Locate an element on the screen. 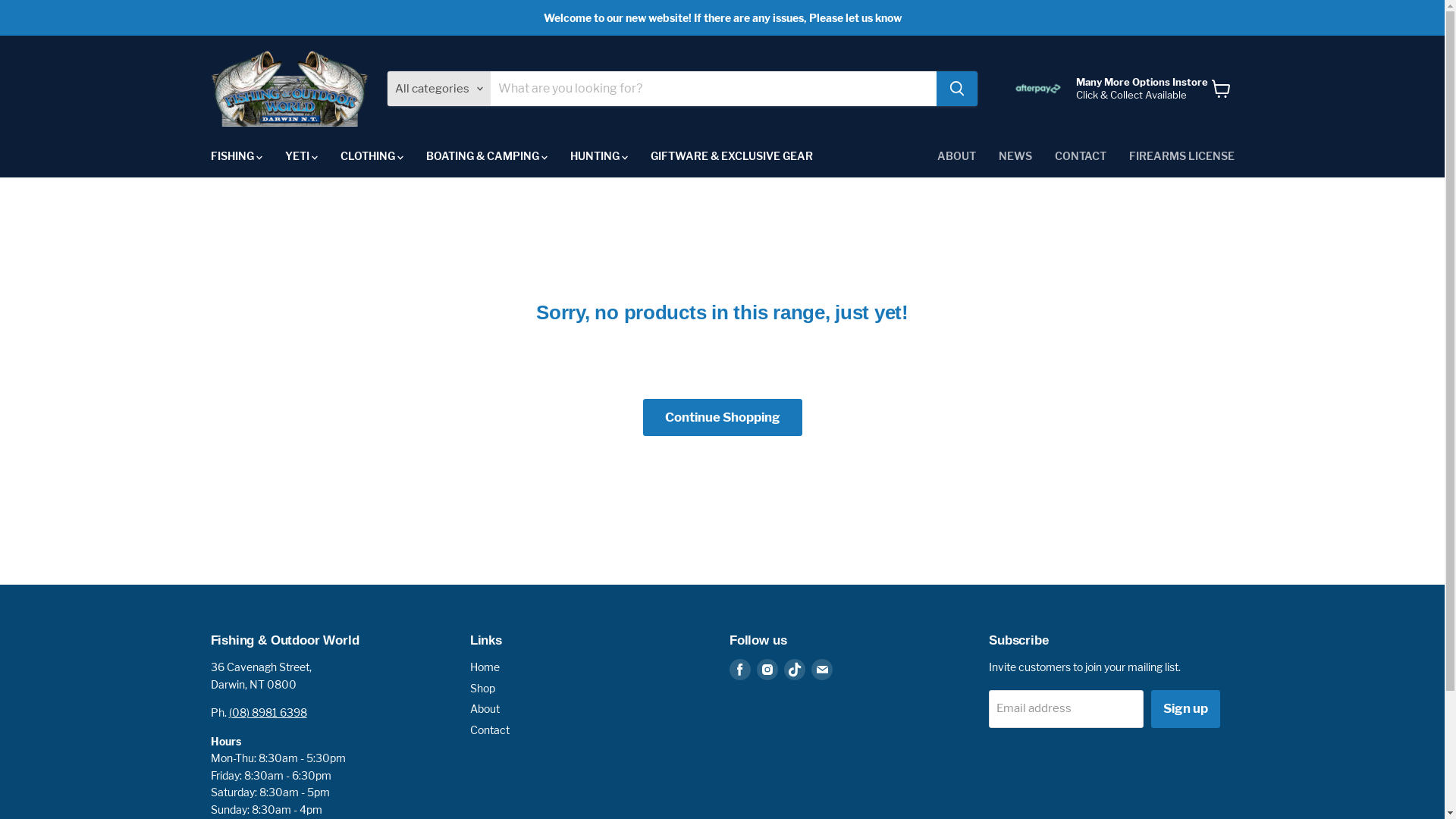 The width and height of the screenshot is (1456, 819). 'Find us on TikTok' is located at coordinates (793, 669).